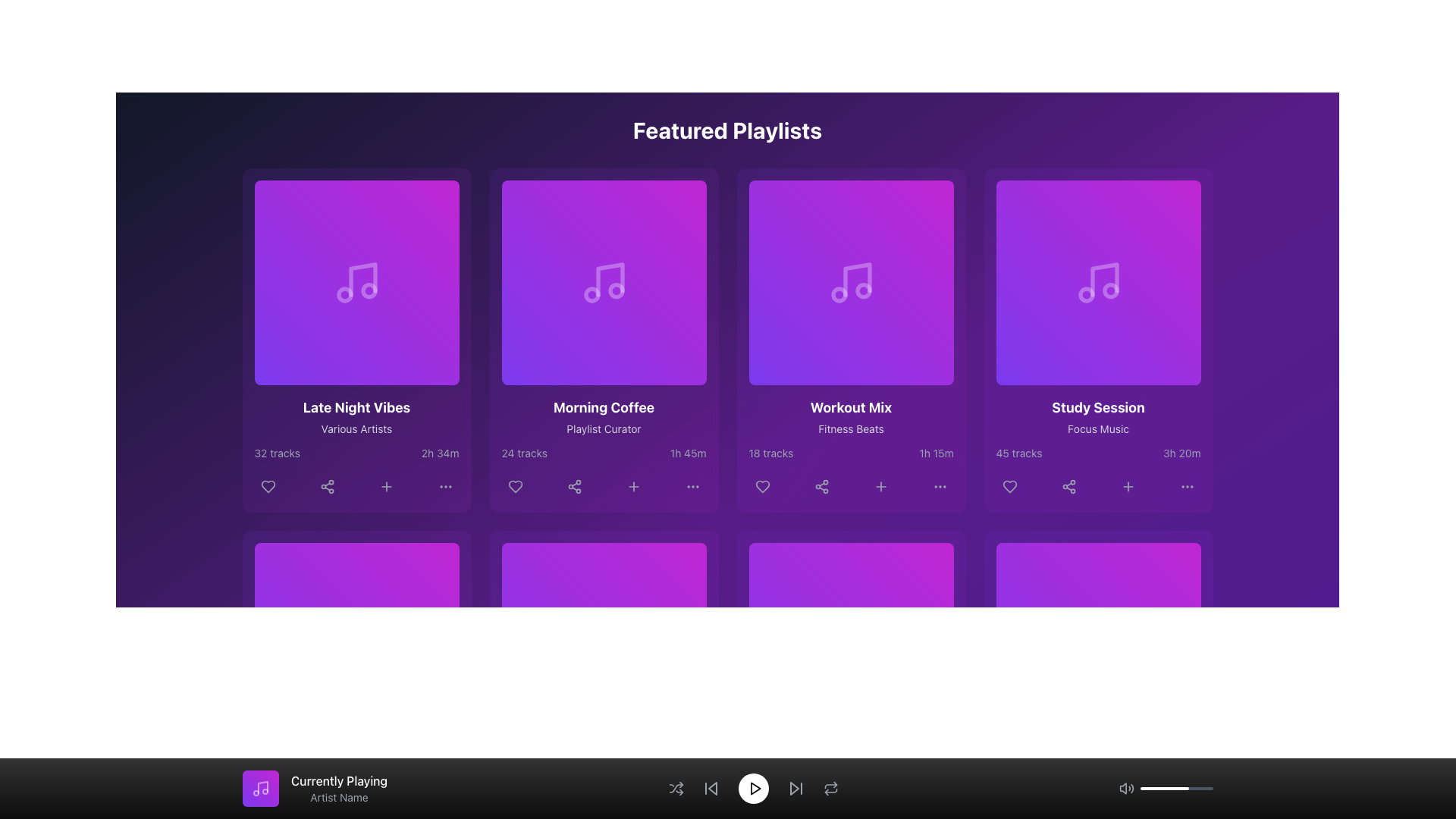 This screenshot has height=819, width=1456. What do you see at coordinates (605, 283) in the screenshot?
I see `the triangular play button icon located at the center of the music note icon in the 'Morning Coffee' playlist card` at bounding box center [605, 283].